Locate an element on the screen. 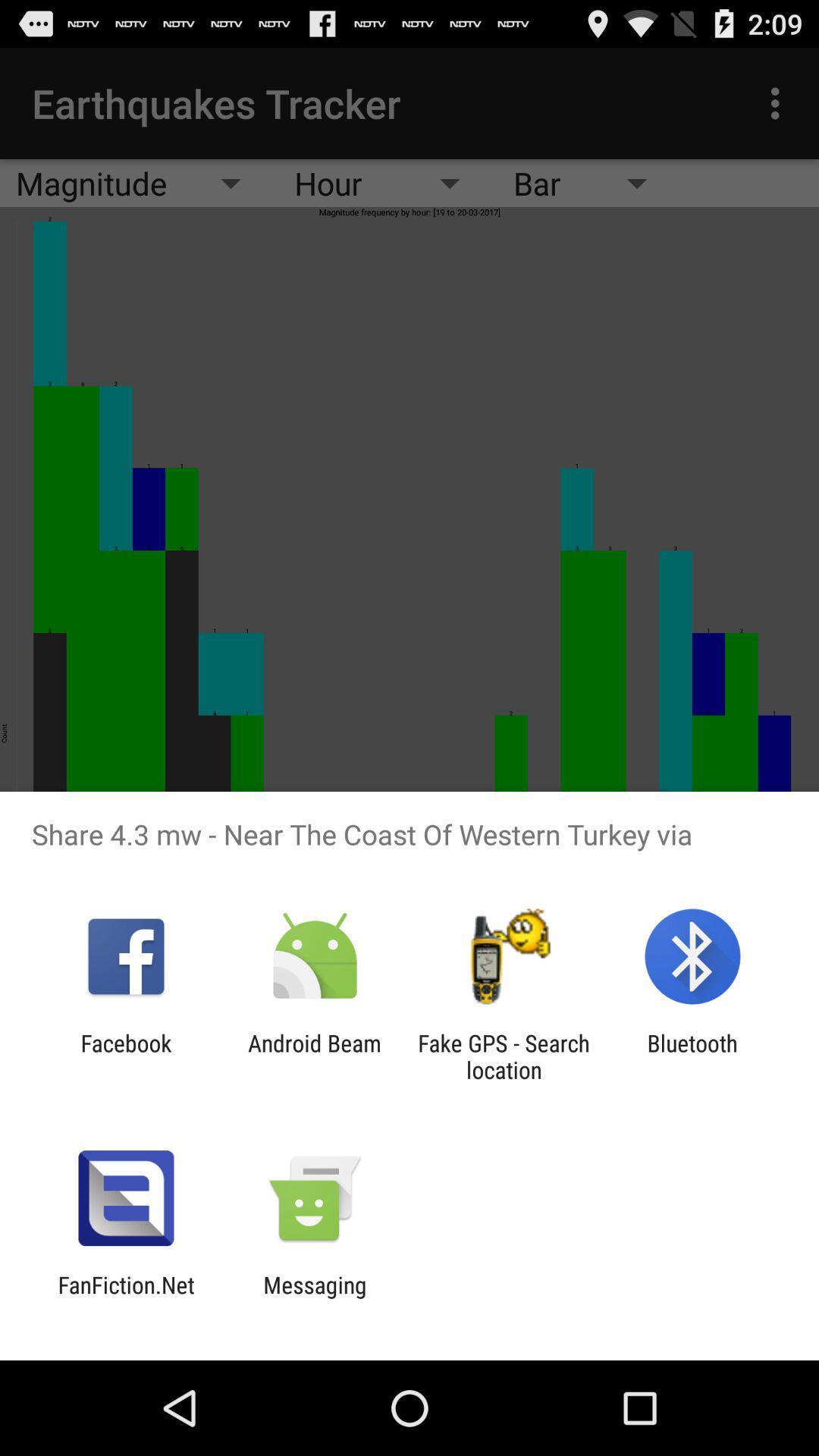  the app to the right of the facebook item is located at coordinates (314, 1056).